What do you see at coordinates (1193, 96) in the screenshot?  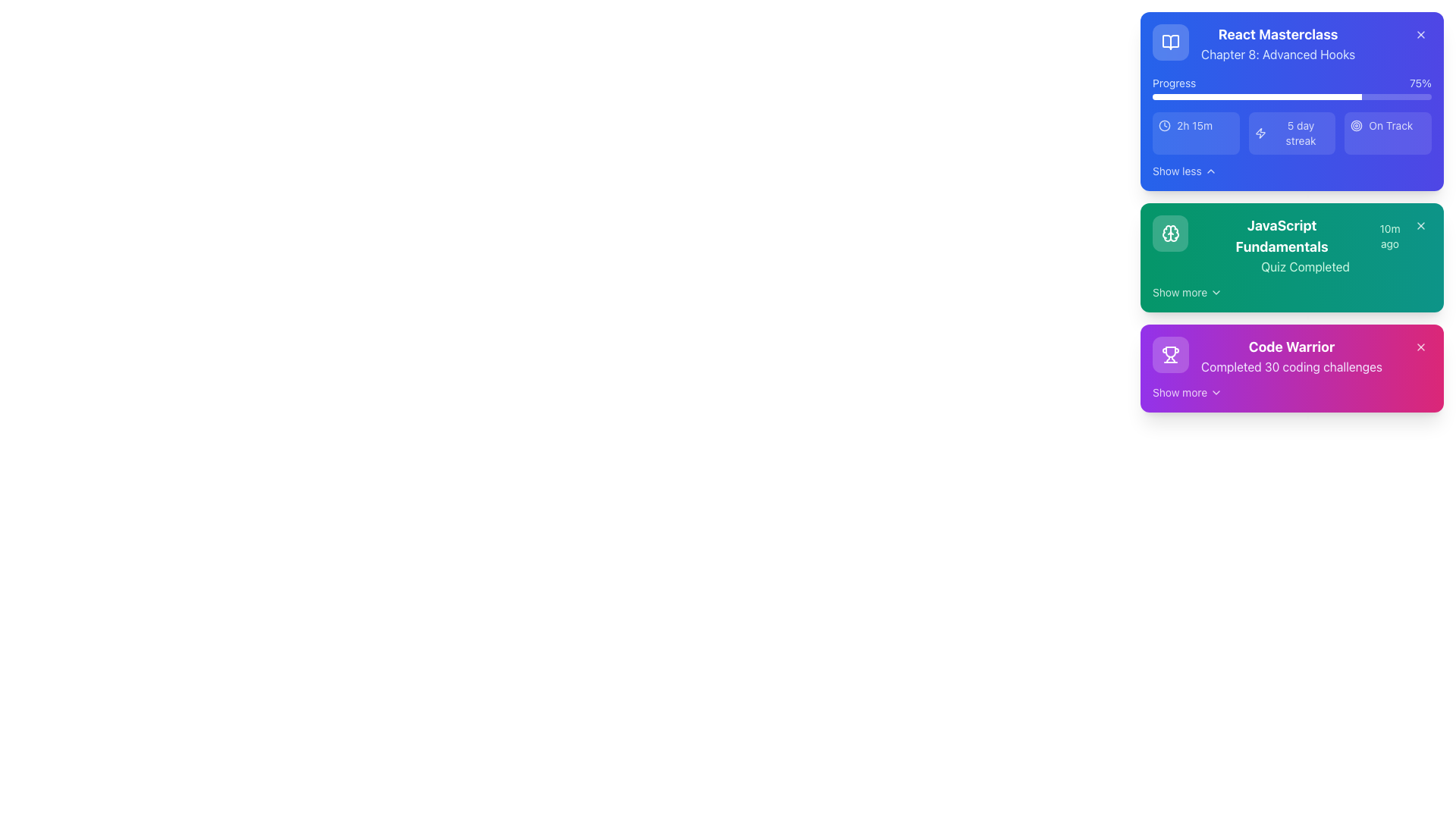 I see `the progress` at bounding box center [1193, 96].